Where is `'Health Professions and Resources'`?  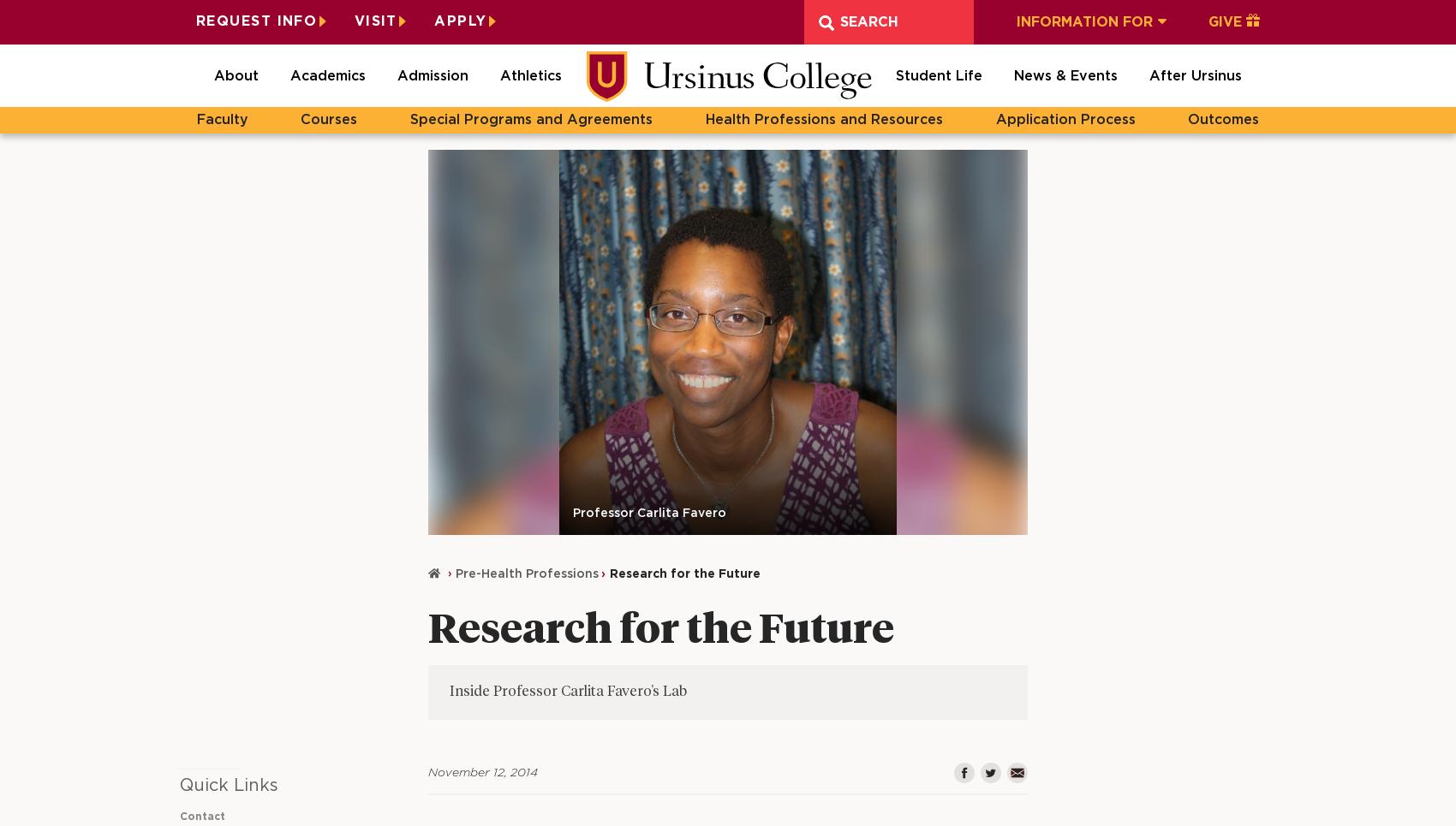
'Health Professions and Resources' is located at coordinates (822, 120).